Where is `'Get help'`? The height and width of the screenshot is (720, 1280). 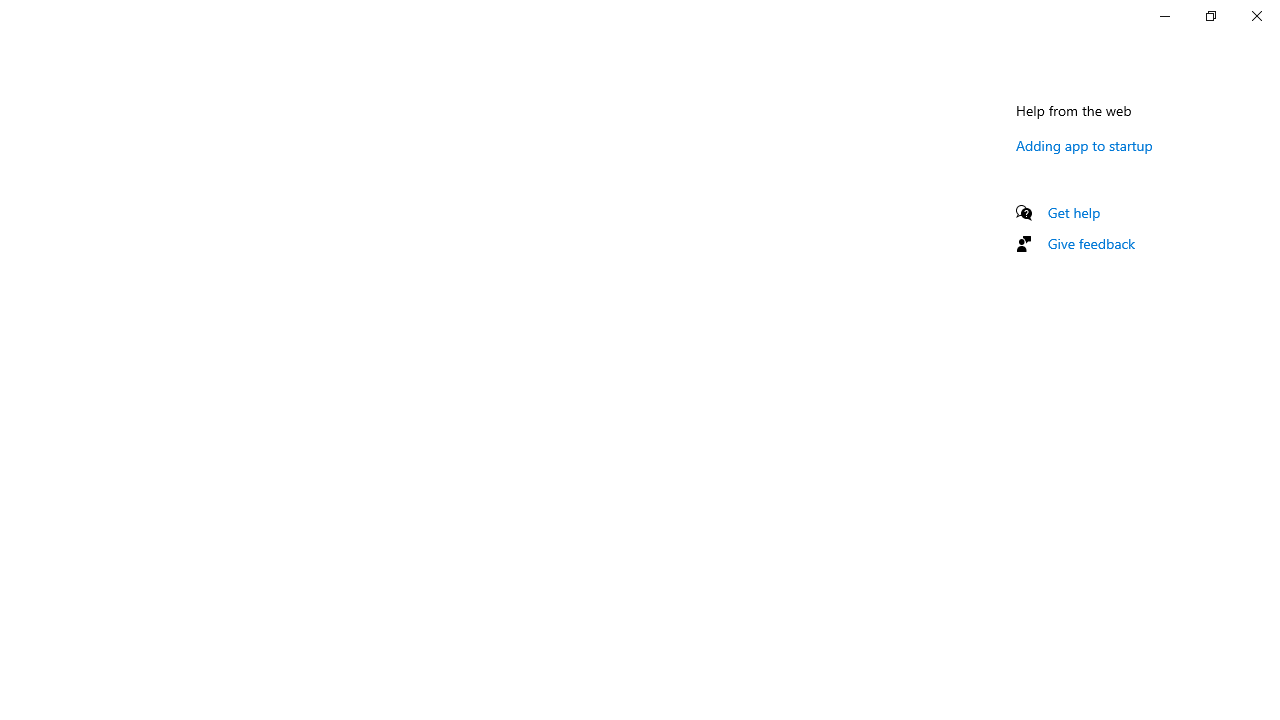
'Get help' is located at coordinates (1073, 212).